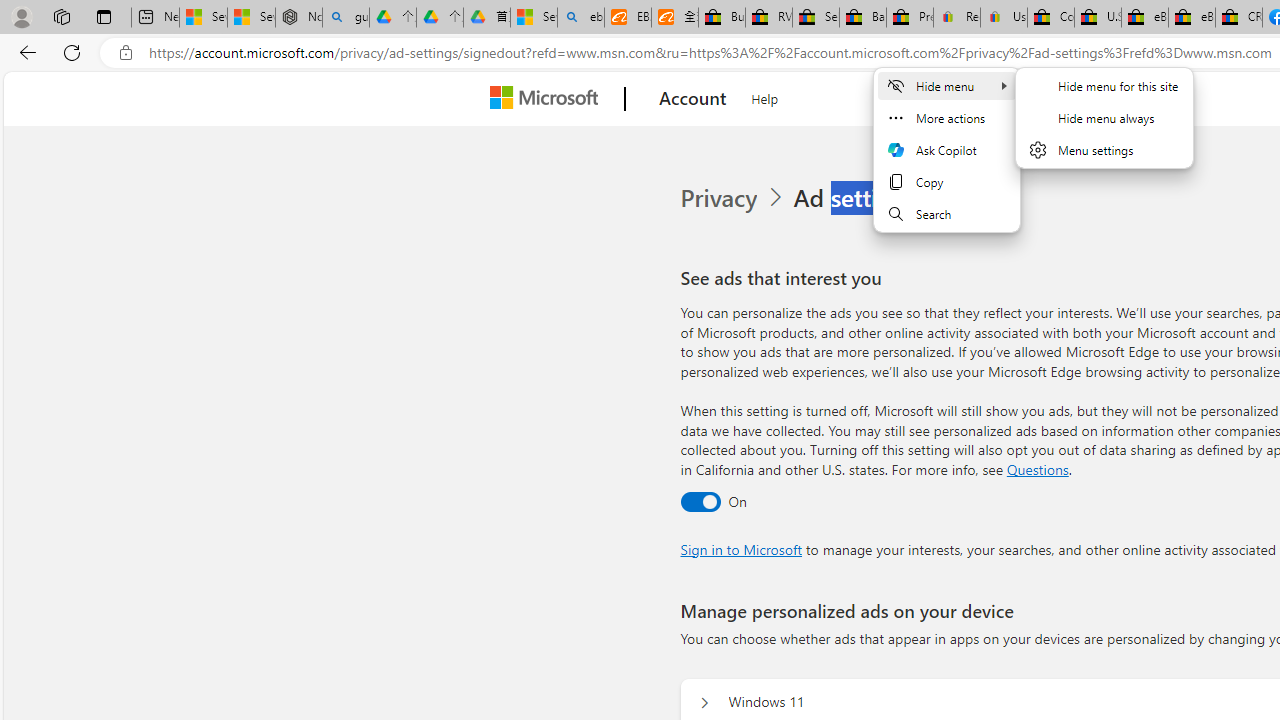 The height and width of the screenshot is (720, 1280). Describe the element at coordinates (946, 213) in the screenshot. I see `'Search'` at that location.